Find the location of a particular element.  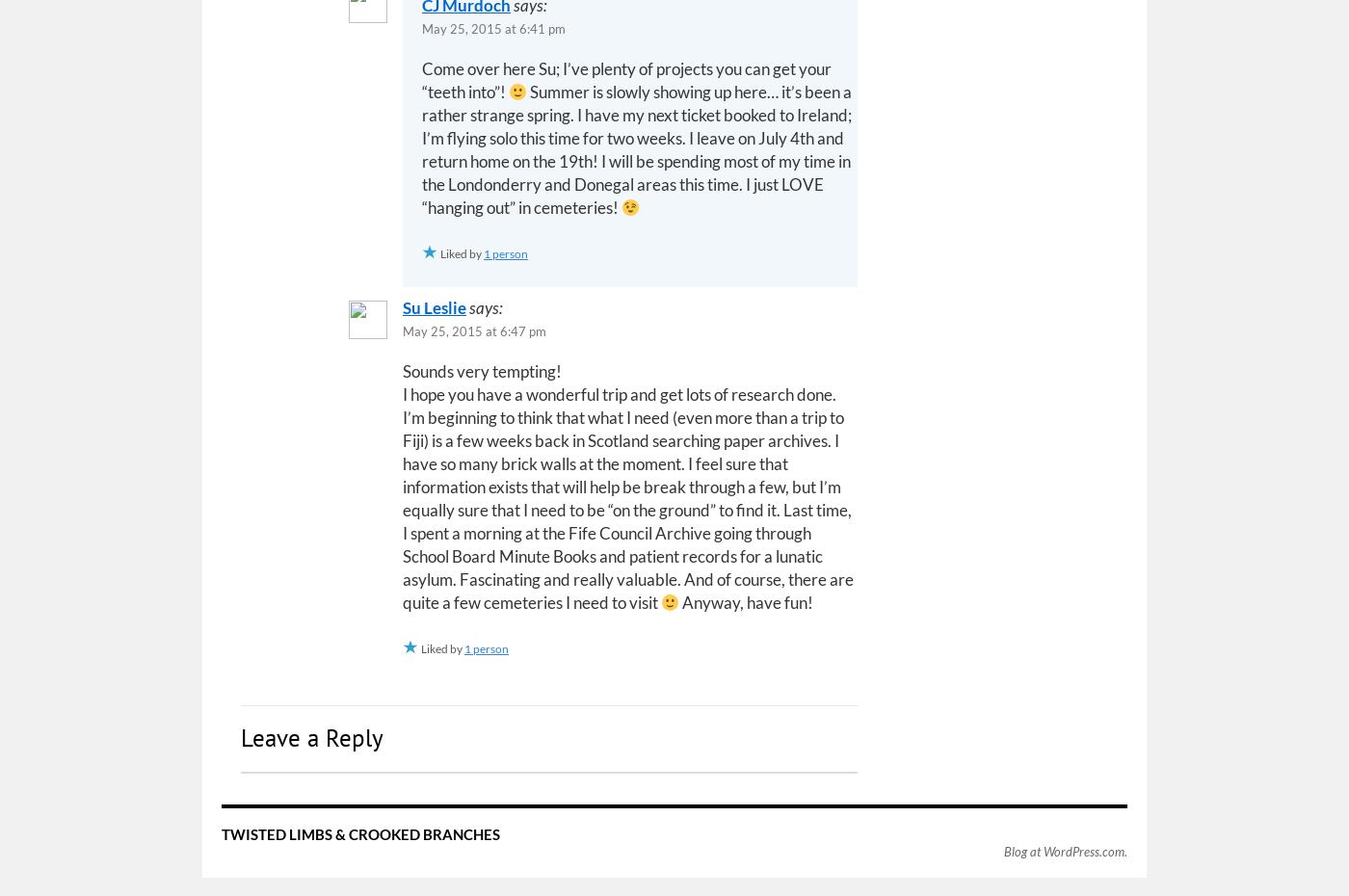

'Blog at WordPress.com.' is located at coordinates (1066, 851).